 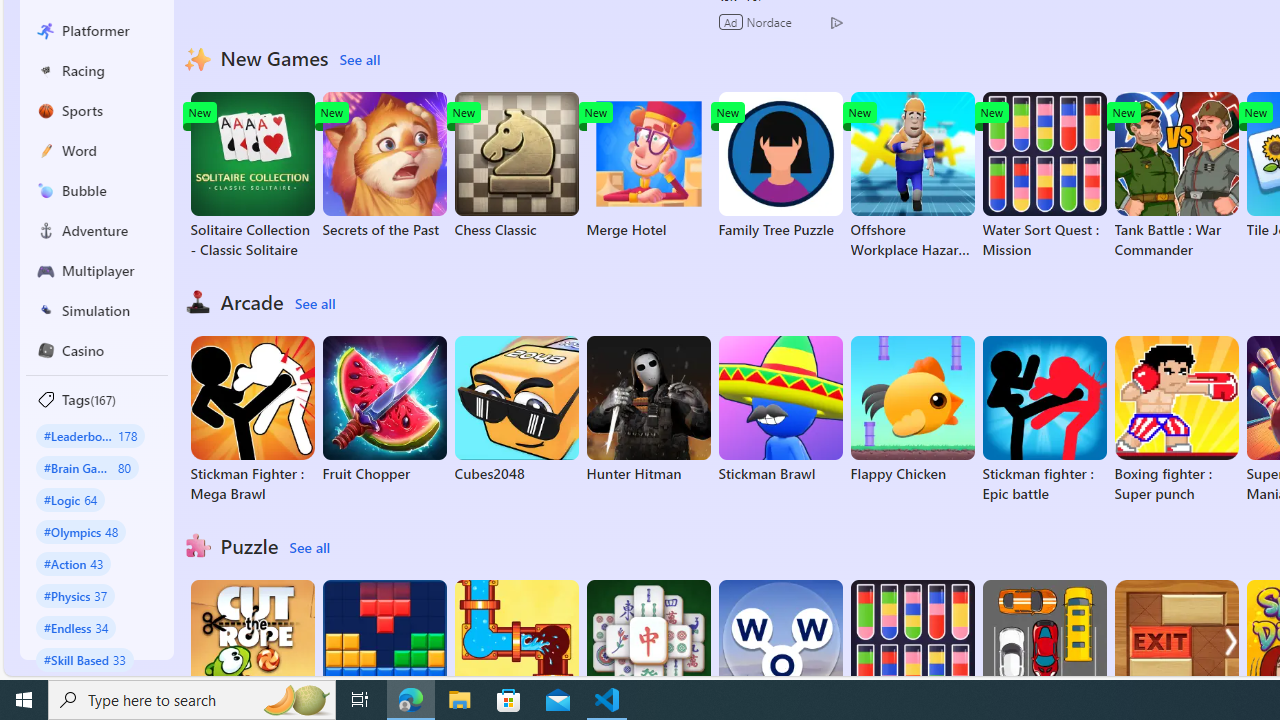 I want to click on 'Flappy Chicken', so click(x=911, y=409).